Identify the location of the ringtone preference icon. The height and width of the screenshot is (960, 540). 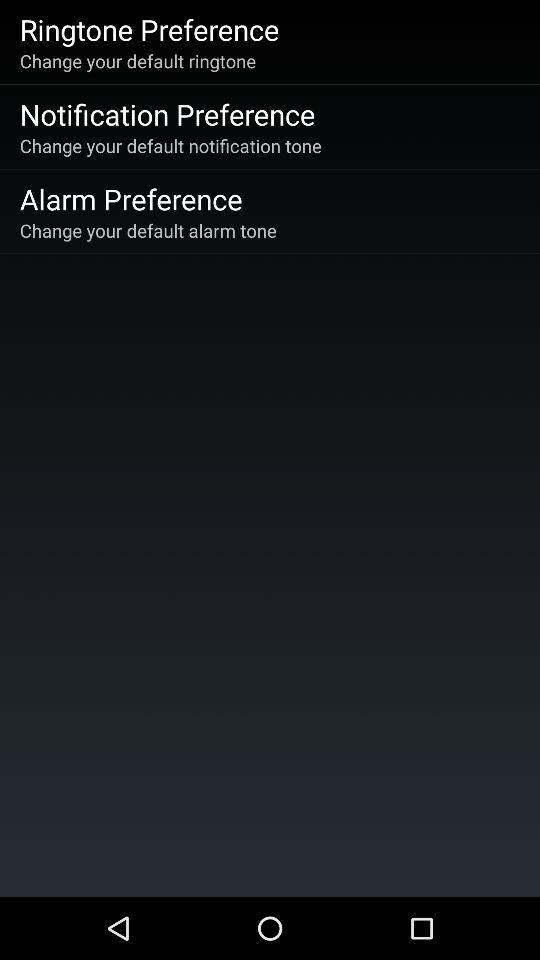
(148, 28).